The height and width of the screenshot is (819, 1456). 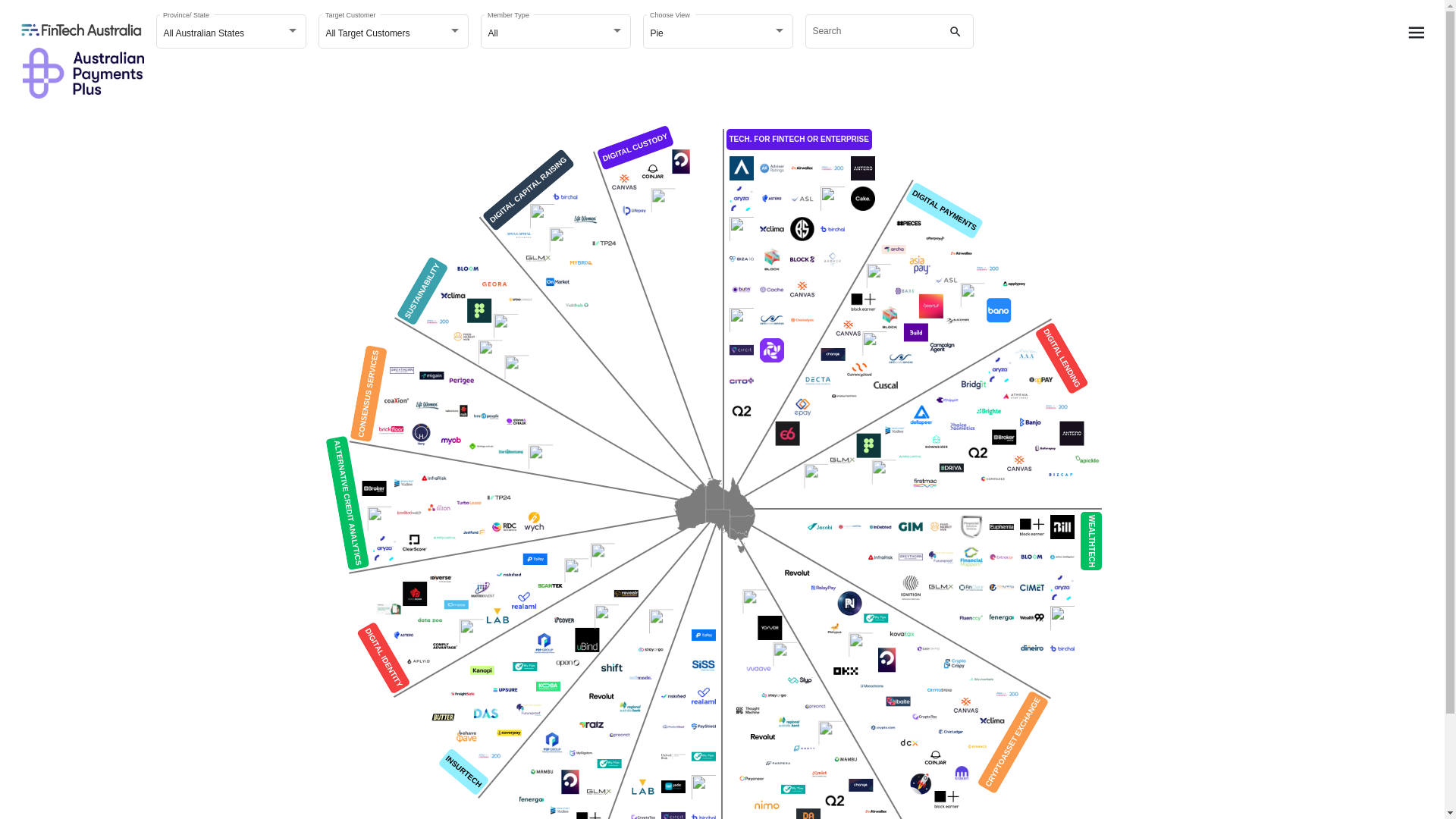 What do you see at coordinates (505, 690) in the screenshot?
I see `'Hubspoke Insurance Pty Ltd T/As Upsure'` at bounding box center [505, 690].